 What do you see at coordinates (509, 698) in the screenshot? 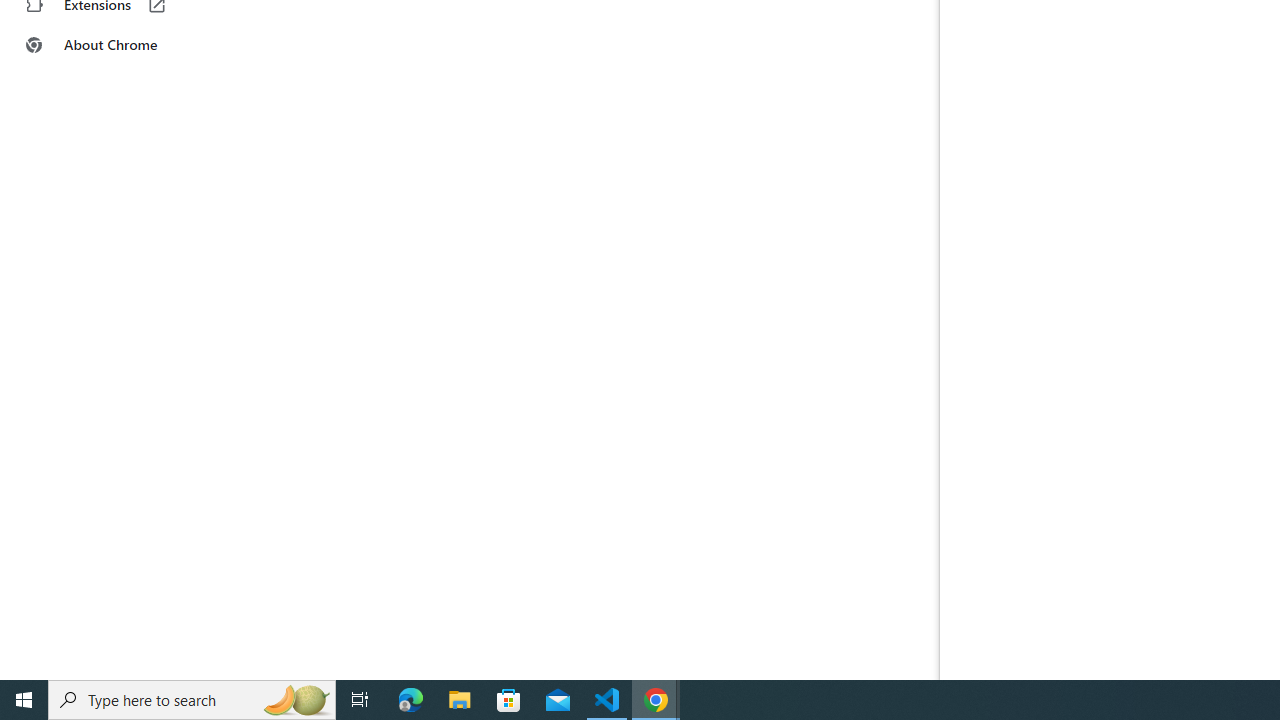
I see `'Microsoft Store'` at bounding box center [509, 698].